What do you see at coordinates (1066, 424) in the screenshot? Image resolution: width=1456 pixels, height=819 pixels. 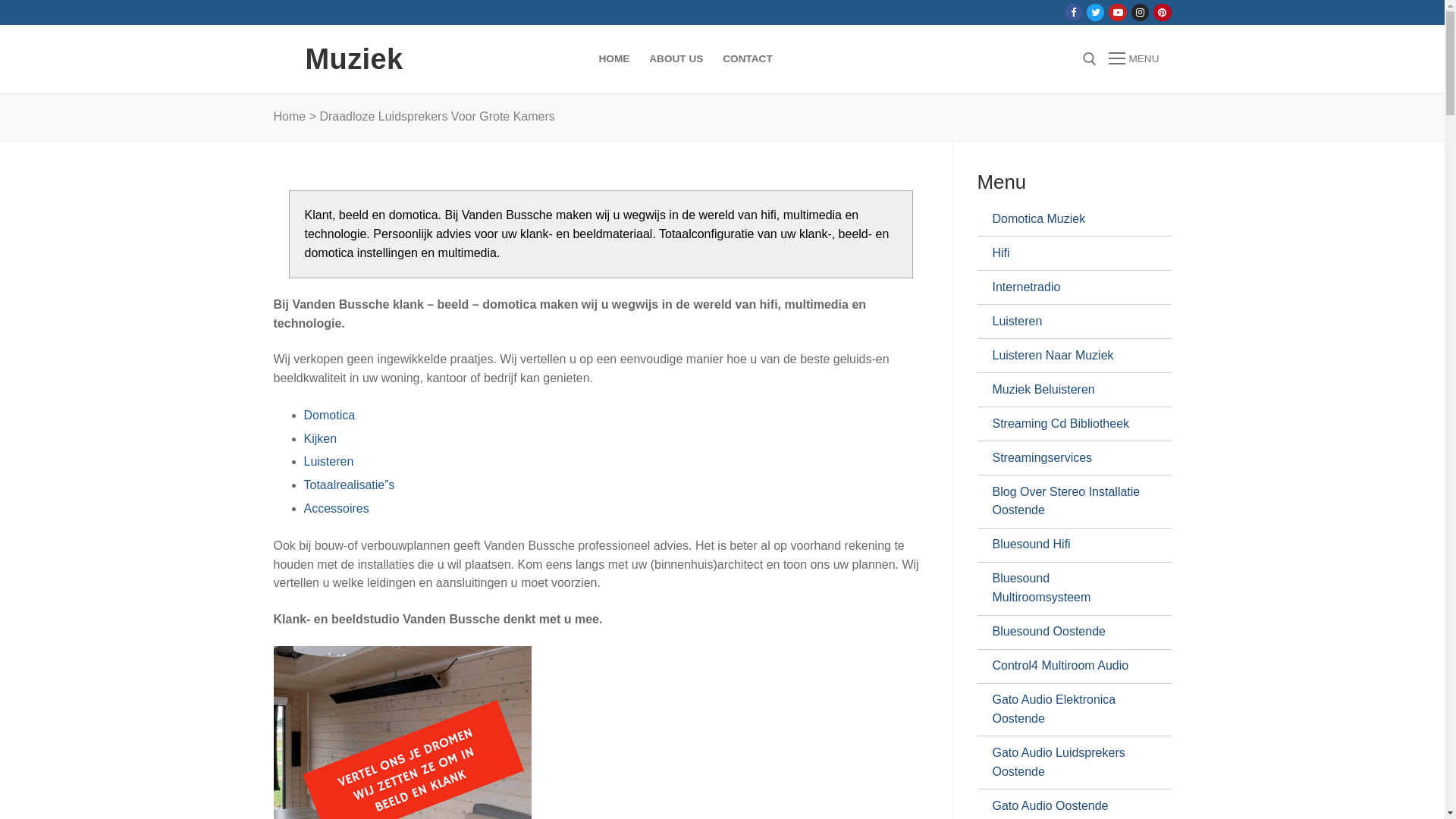 I see `'Streaming Cd Bibliotheek'` at bounding box center [1066, 424].